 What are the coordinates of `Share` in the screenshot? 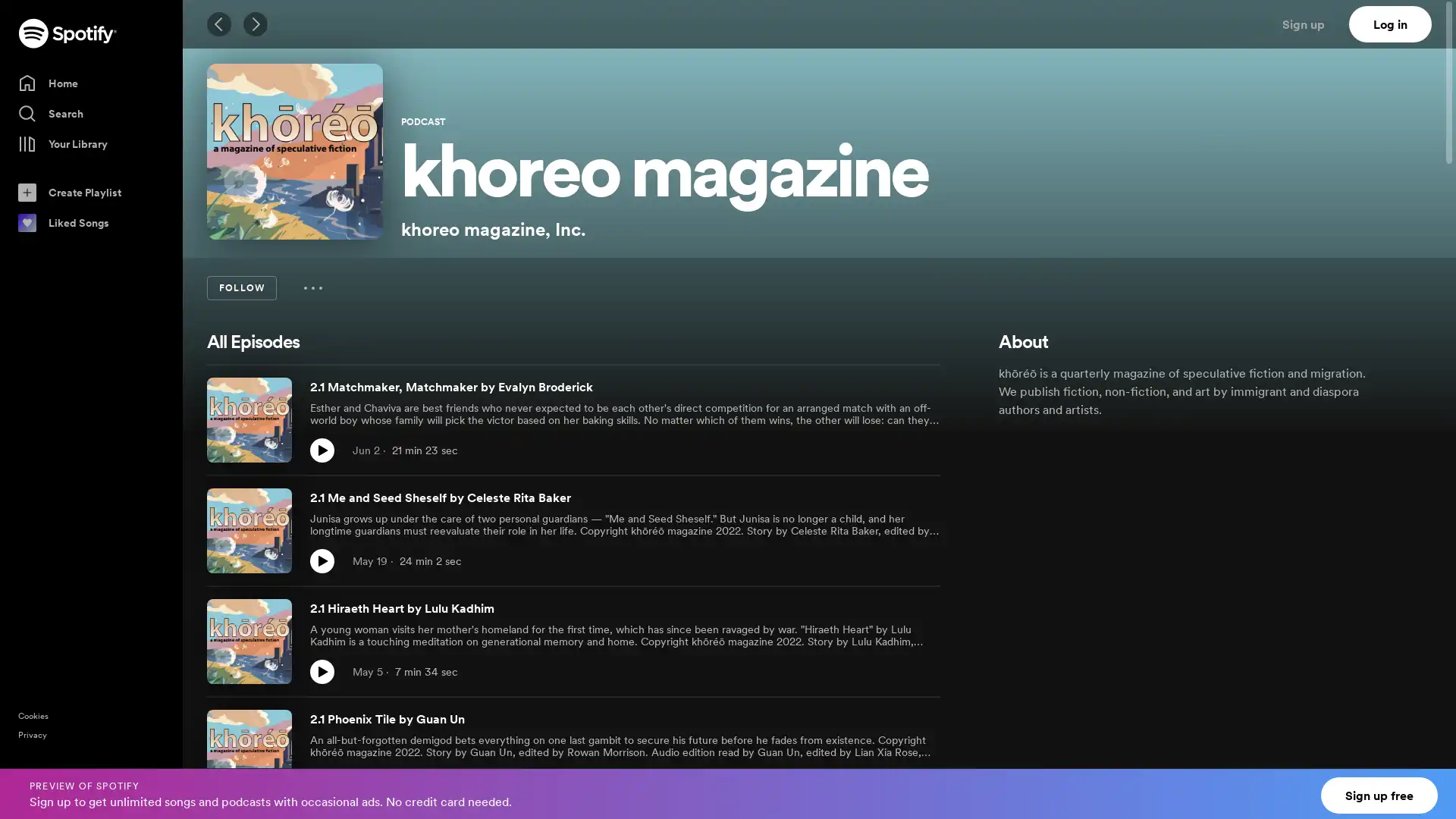 It's located at (895, 561).